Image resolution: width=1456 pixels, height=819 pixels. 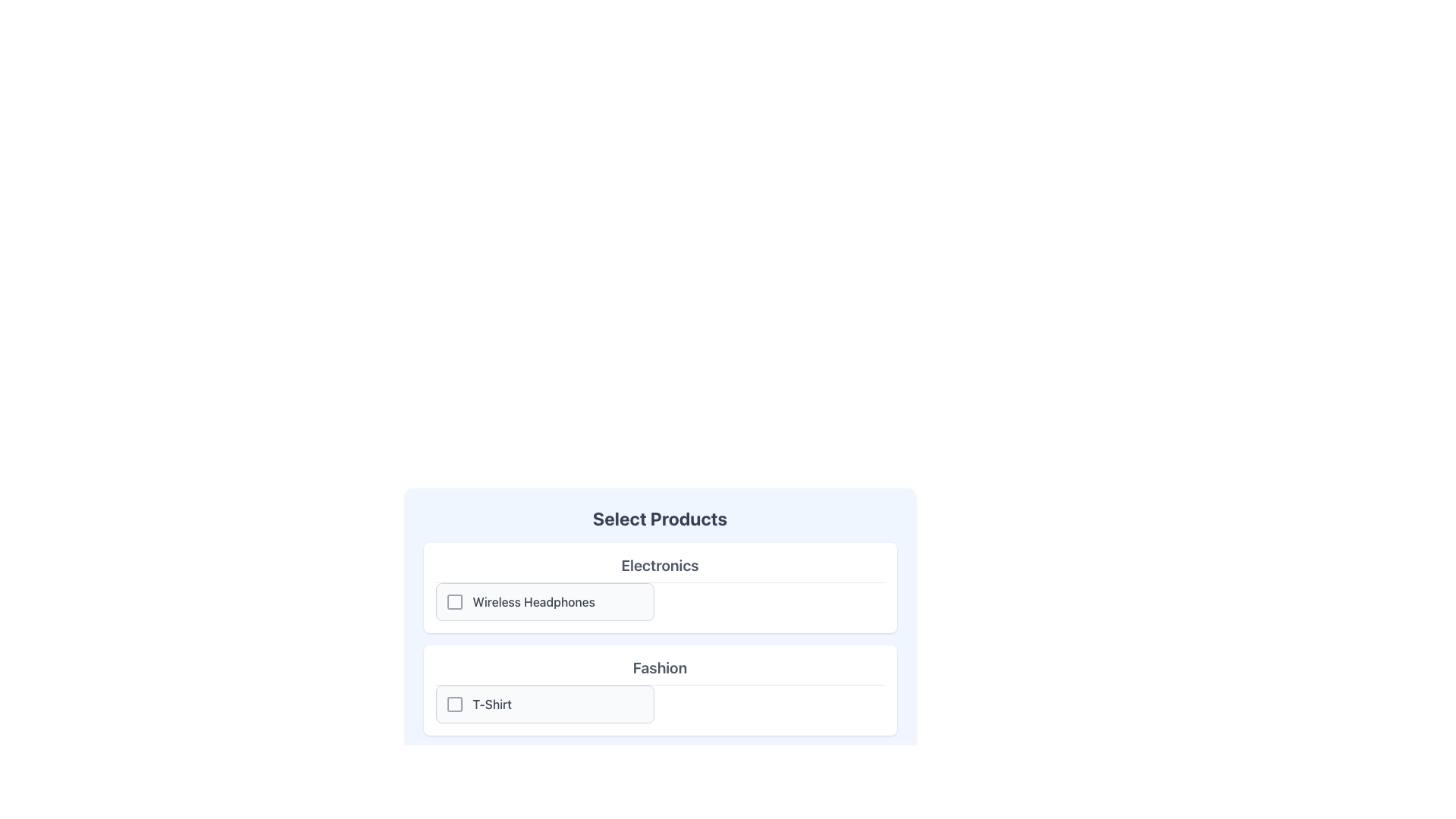 What do you see at coordinates (660, 601) in the screenshot?
I see `the checkbox for 'Wireless Headphones' in the product selection list located in the 'Electronics' section` at bounding box center [660, 601].